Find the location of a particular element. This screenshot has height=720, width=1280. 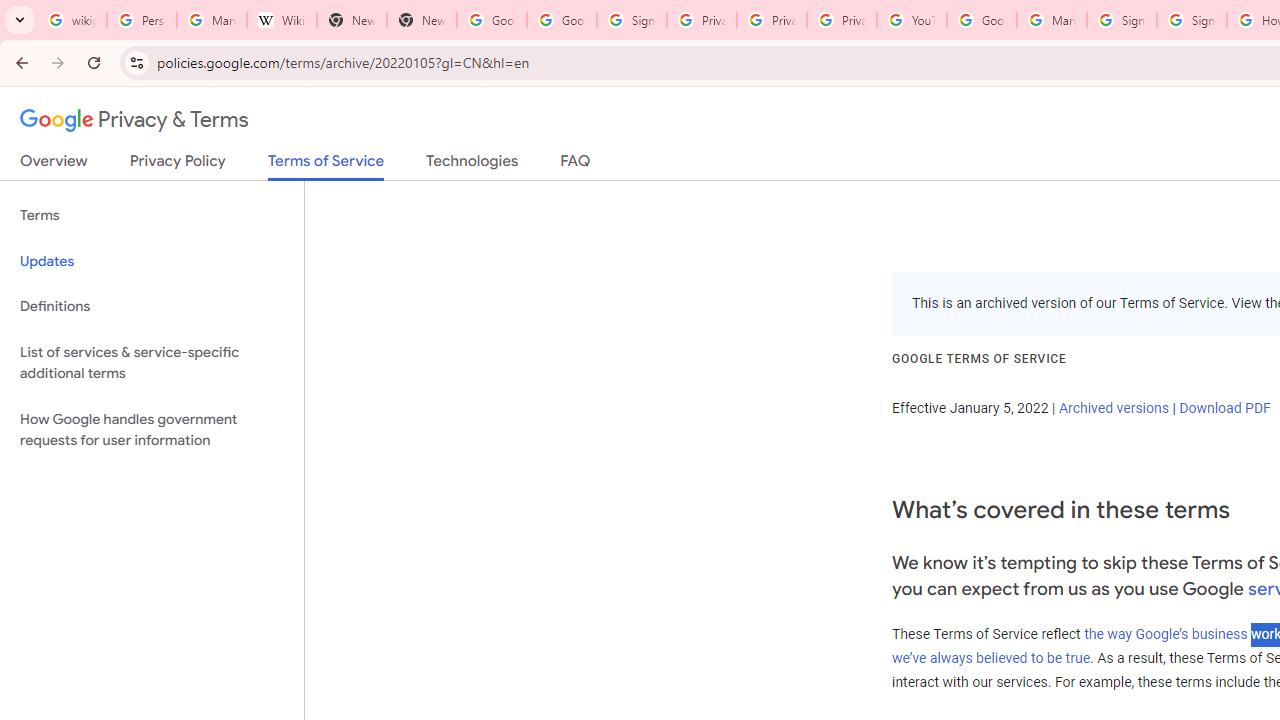

'List of services & service-specific additional terms' is located at coordinates (151, 362).